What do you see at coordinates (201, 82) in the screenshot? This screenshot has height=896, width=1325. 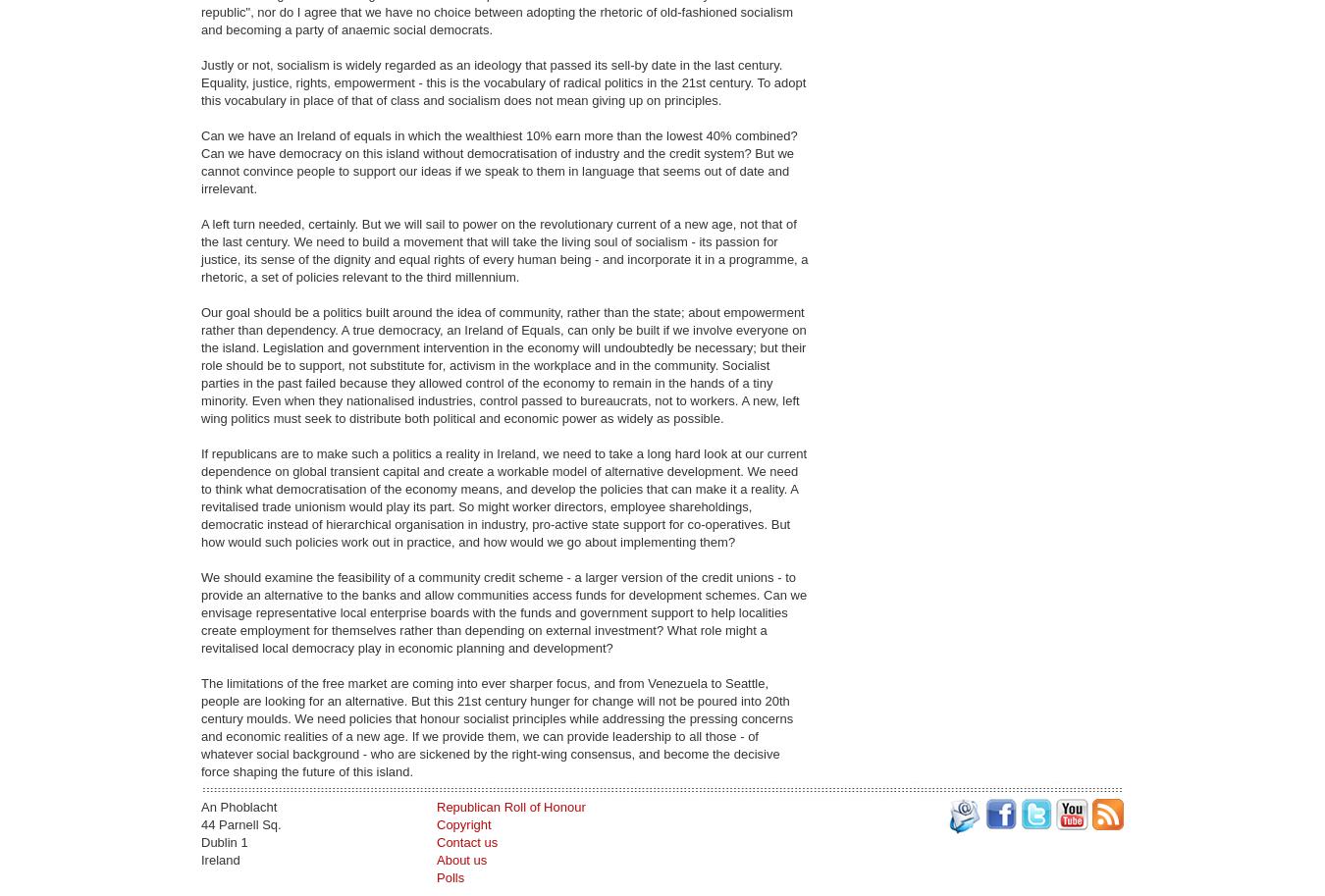 I see `'Justly or not, socialism is widely regarded as an ideology that passed its sell-by date in the last century. Equality, justice, rights, empowerment - this is the vocabulary of radical politics in the 21st century. To adopt this vocabulary in place of that of class and socialism does not mean giving up on principles.'` at bounding box center [201, 82].